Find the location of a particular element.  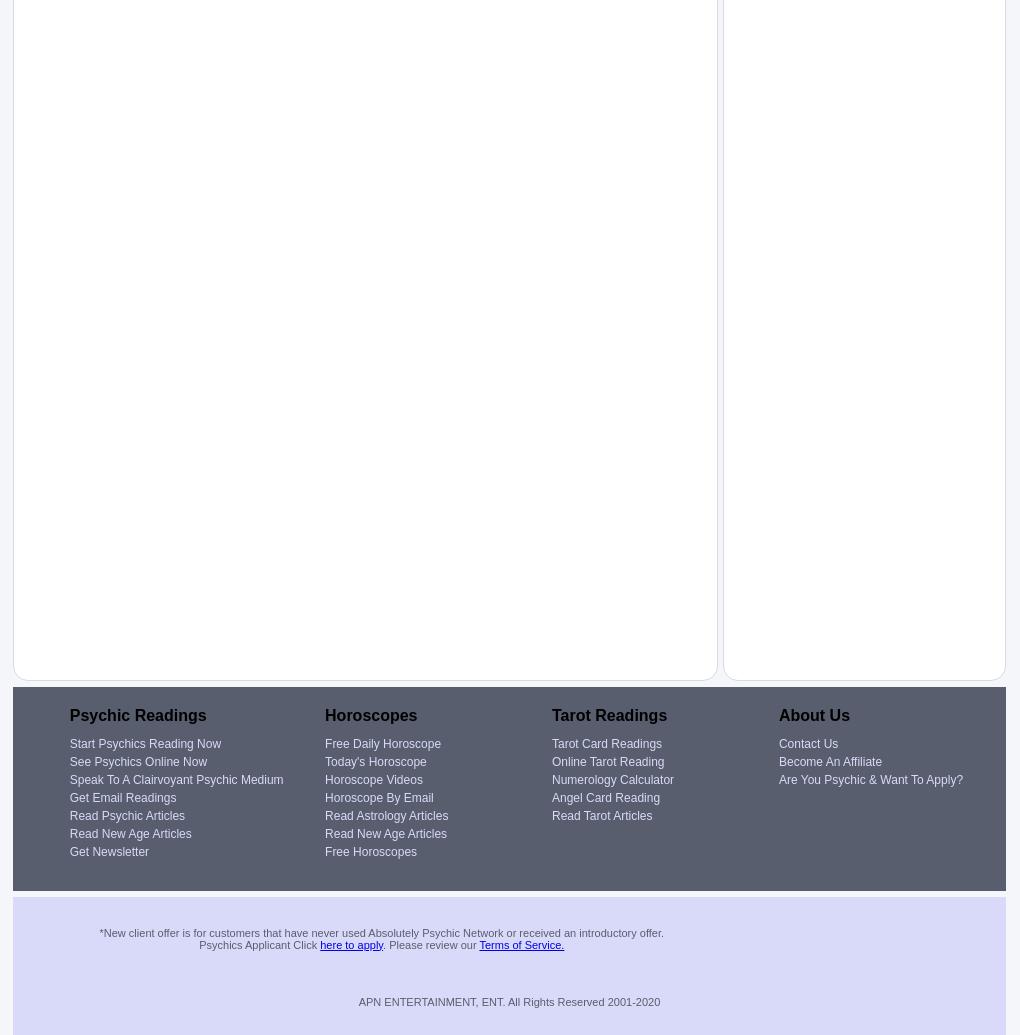

'Speak To A Clairvoyant Psychic Medium' is located at coordinates (174, 778).